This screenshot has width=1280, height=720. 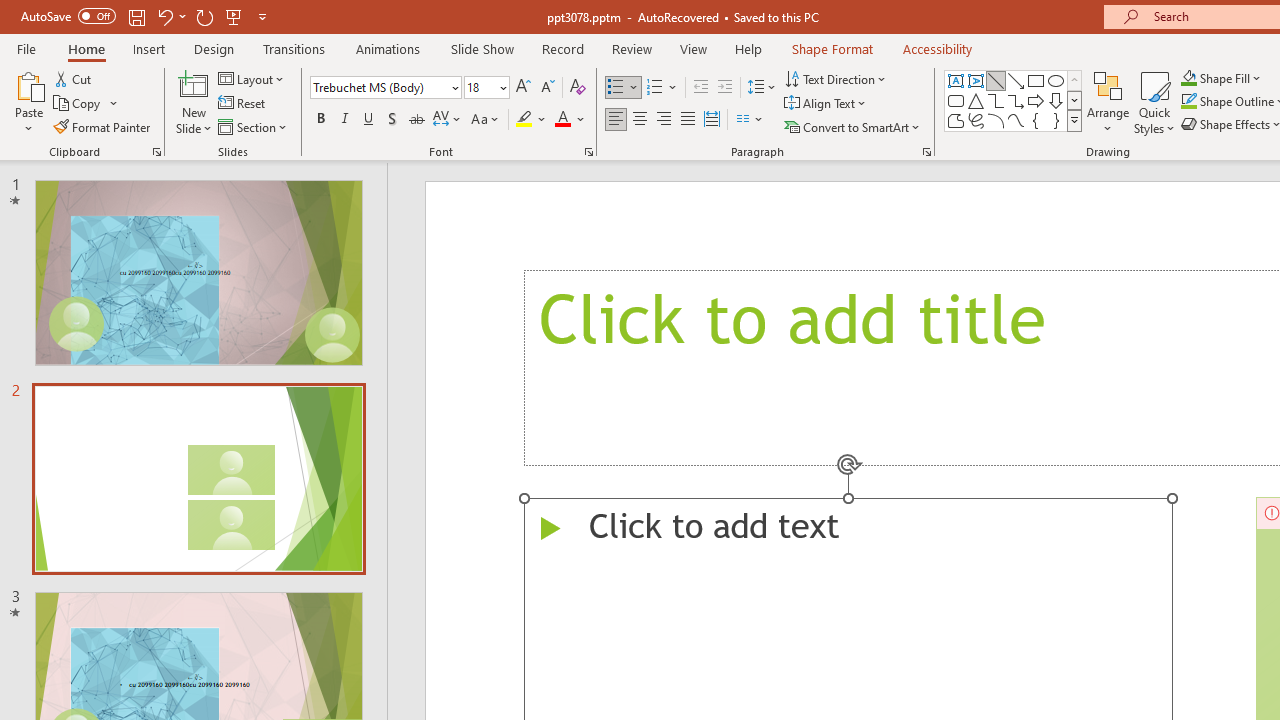 I want to click on 'Office Clipboard...', so click(x=155, y=150).